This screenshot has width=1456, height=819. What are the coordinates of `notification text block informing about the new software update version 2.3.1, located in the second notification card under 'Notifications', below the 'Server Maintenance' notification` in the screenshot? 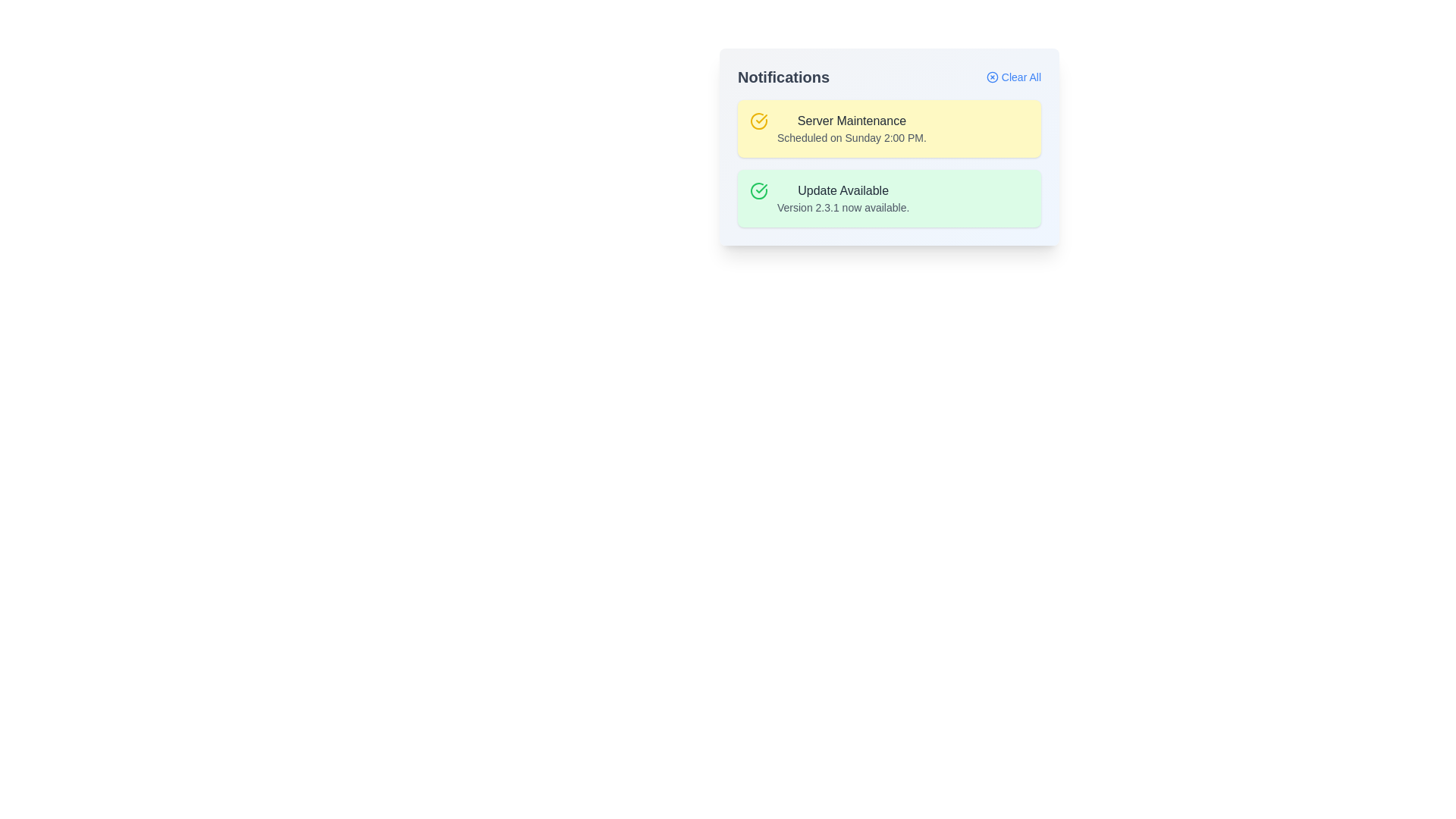 It's located at (843, 198).